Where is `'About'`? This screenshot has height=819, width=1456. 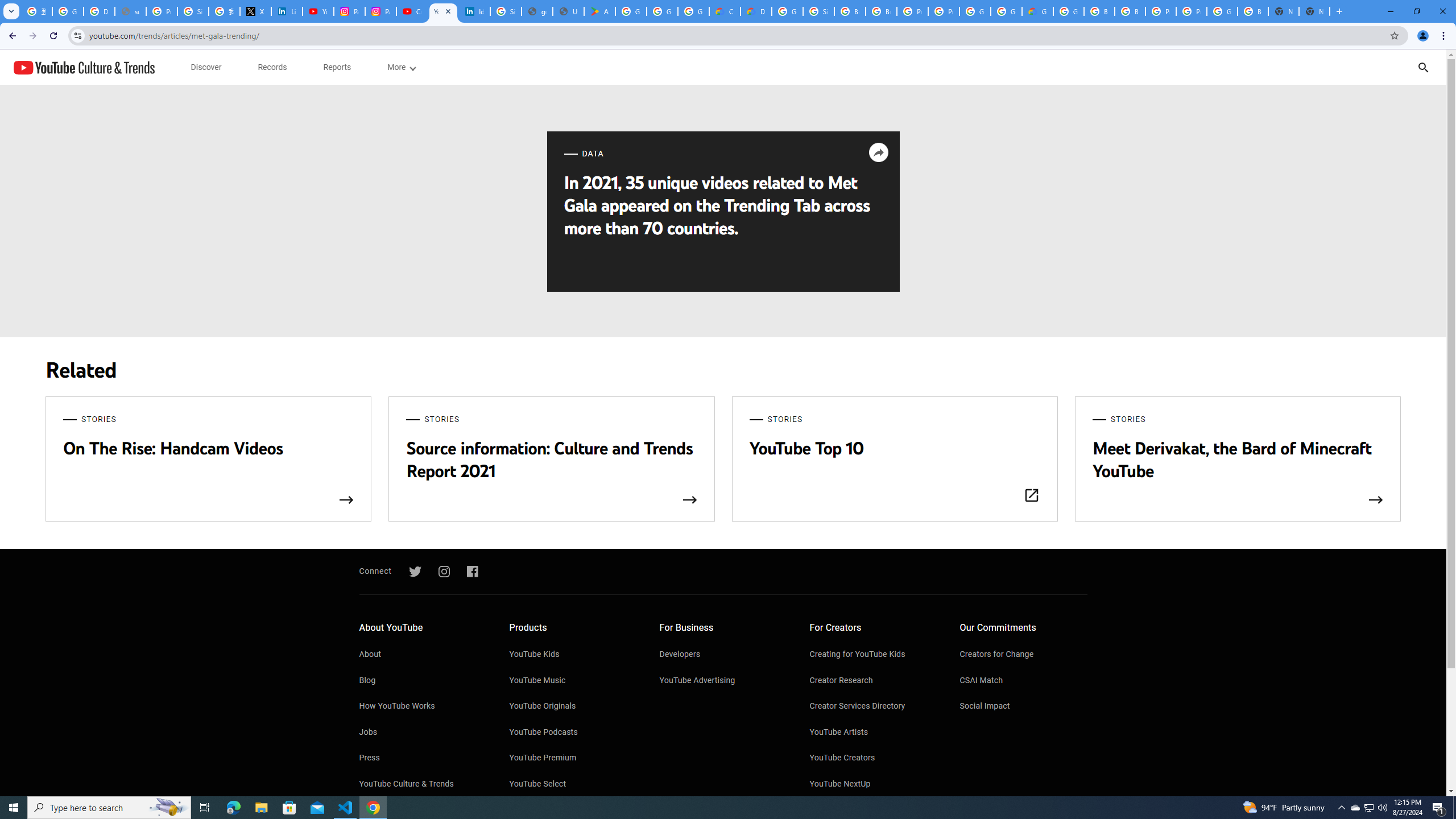 'About' is located at coordinates (421, 655).